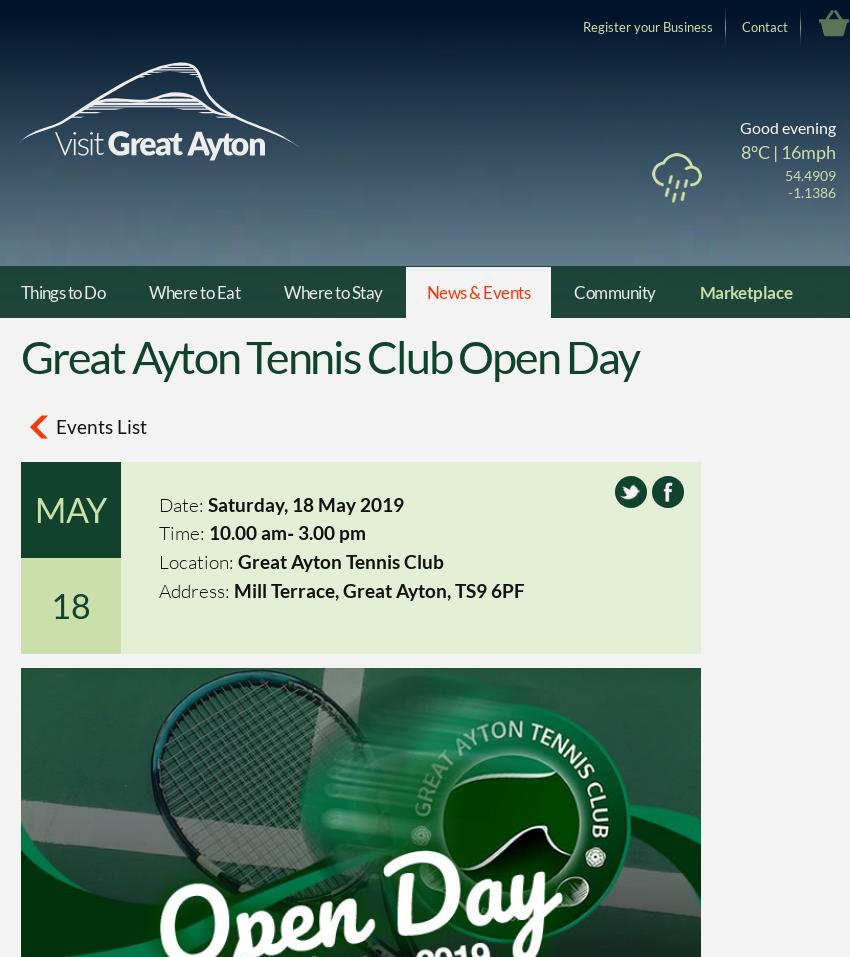  What do you see at coordinates (787, 152) in the screenshot?
I see `'8°C | 16mph'` at bounding box center [787, 152].